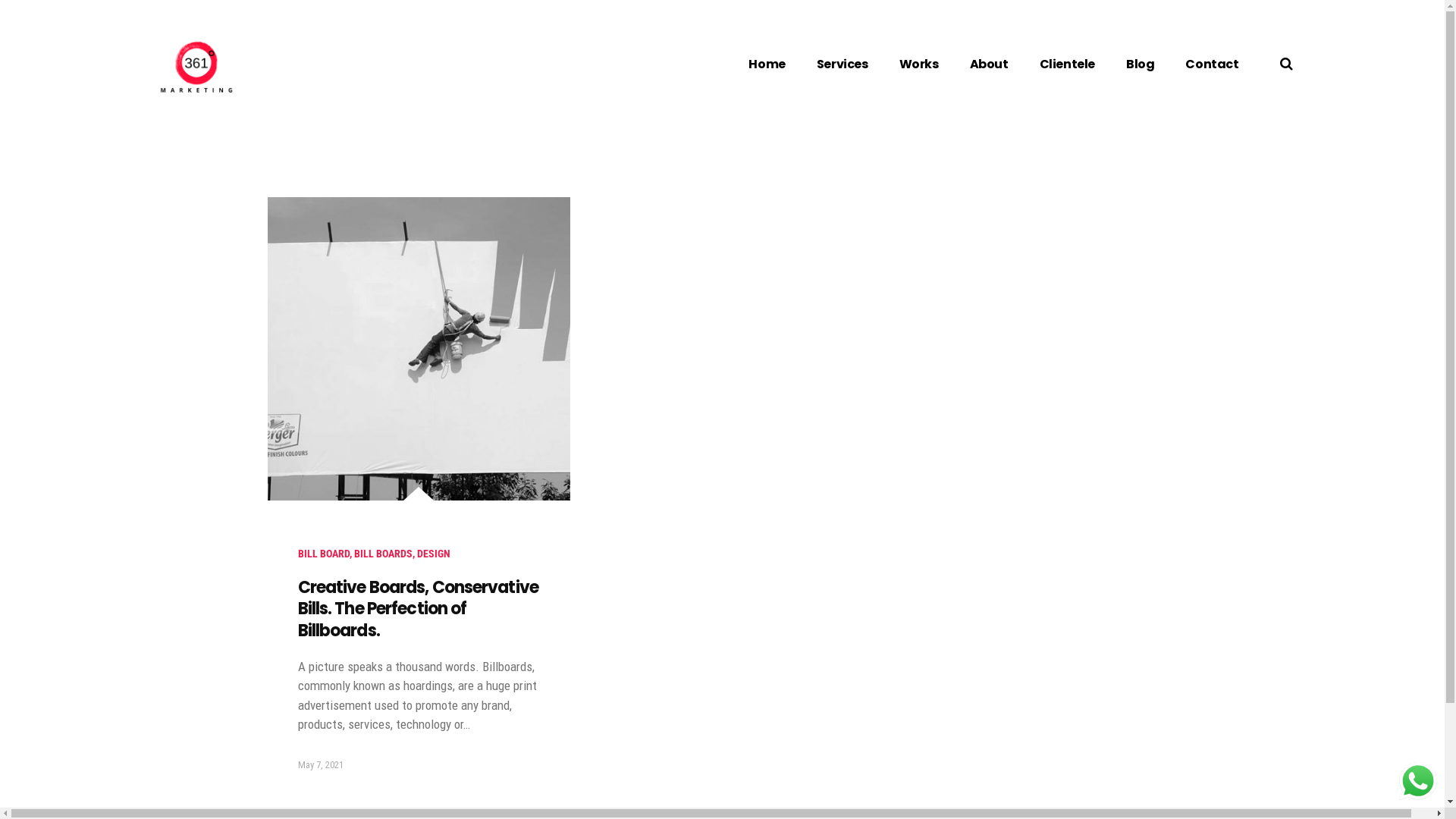 Image resolution: width=1456 pixels, height=819 pixels. I want to click on 'Services', so click(841, 63).